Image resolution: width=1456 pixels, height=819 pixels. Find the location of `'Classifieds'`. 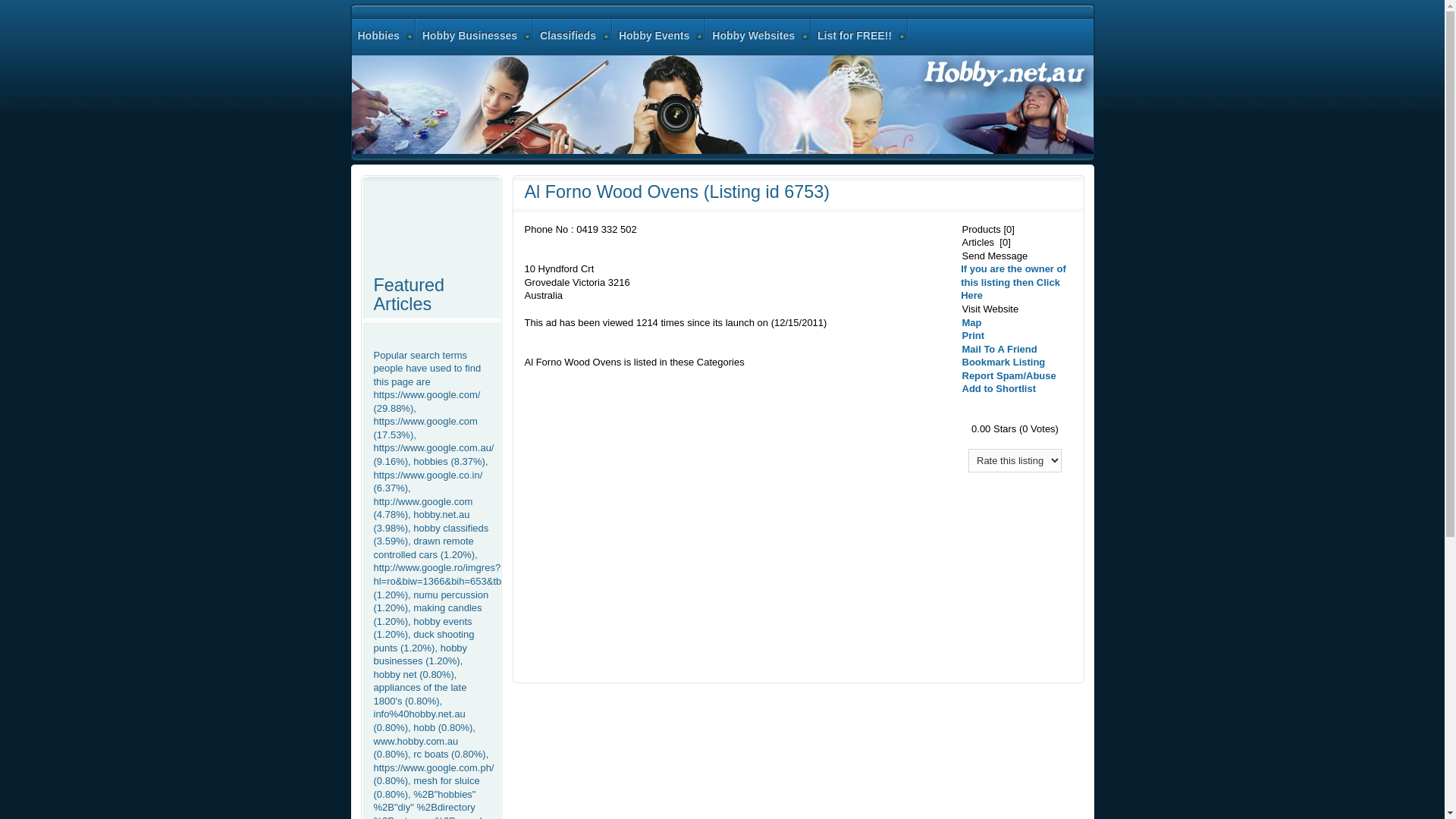

'Classifieds' is located at coordinates (572, 36).